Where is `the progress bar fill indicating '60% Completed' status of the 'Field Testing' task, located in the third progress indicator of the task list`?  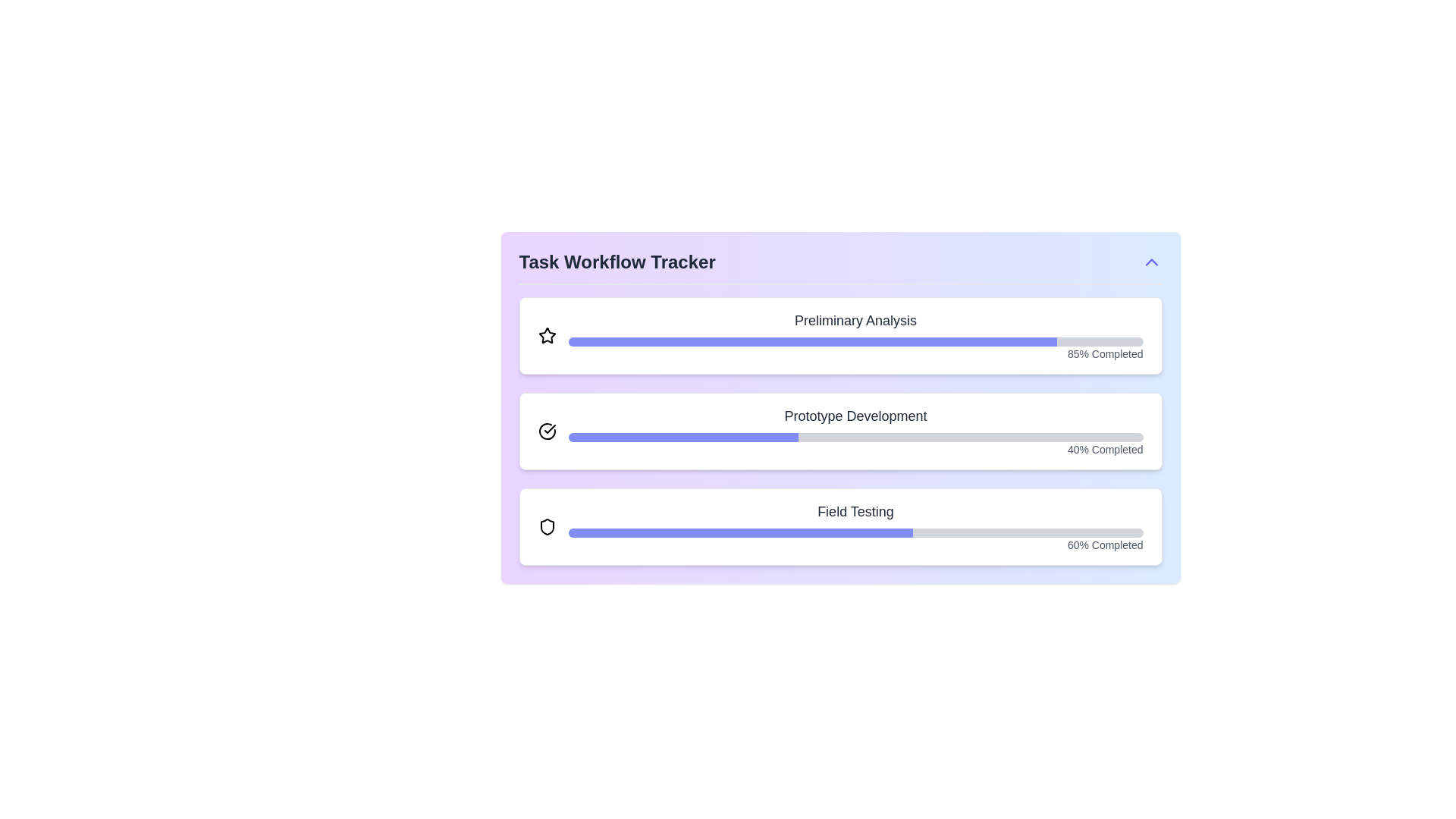 the progress bar fill indicating '60% Completed' status of the 'Field Testing' task, located in the third progress indicator of the task list is located at coordinates (740, 532).